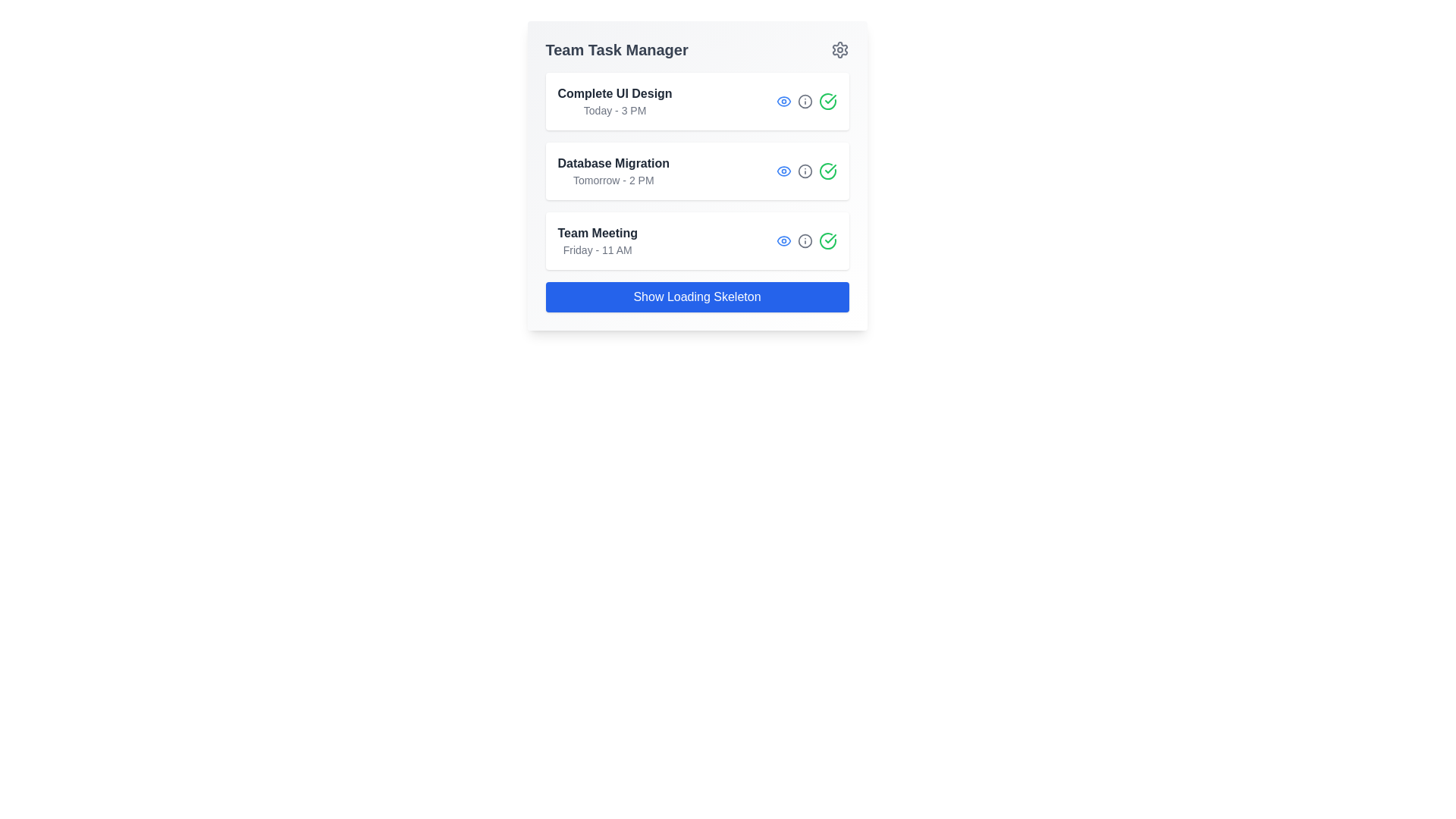 Image resolution: width=1456 pixels, height=819 pixels. What do you see at coordinates (827, 171) in the screenshot?
I see `the circular graphic icon depicting a checkmark, styled with a green line, located on the far right of the second task row labeled 'Database Migration'` at bounding box center [827, 171].